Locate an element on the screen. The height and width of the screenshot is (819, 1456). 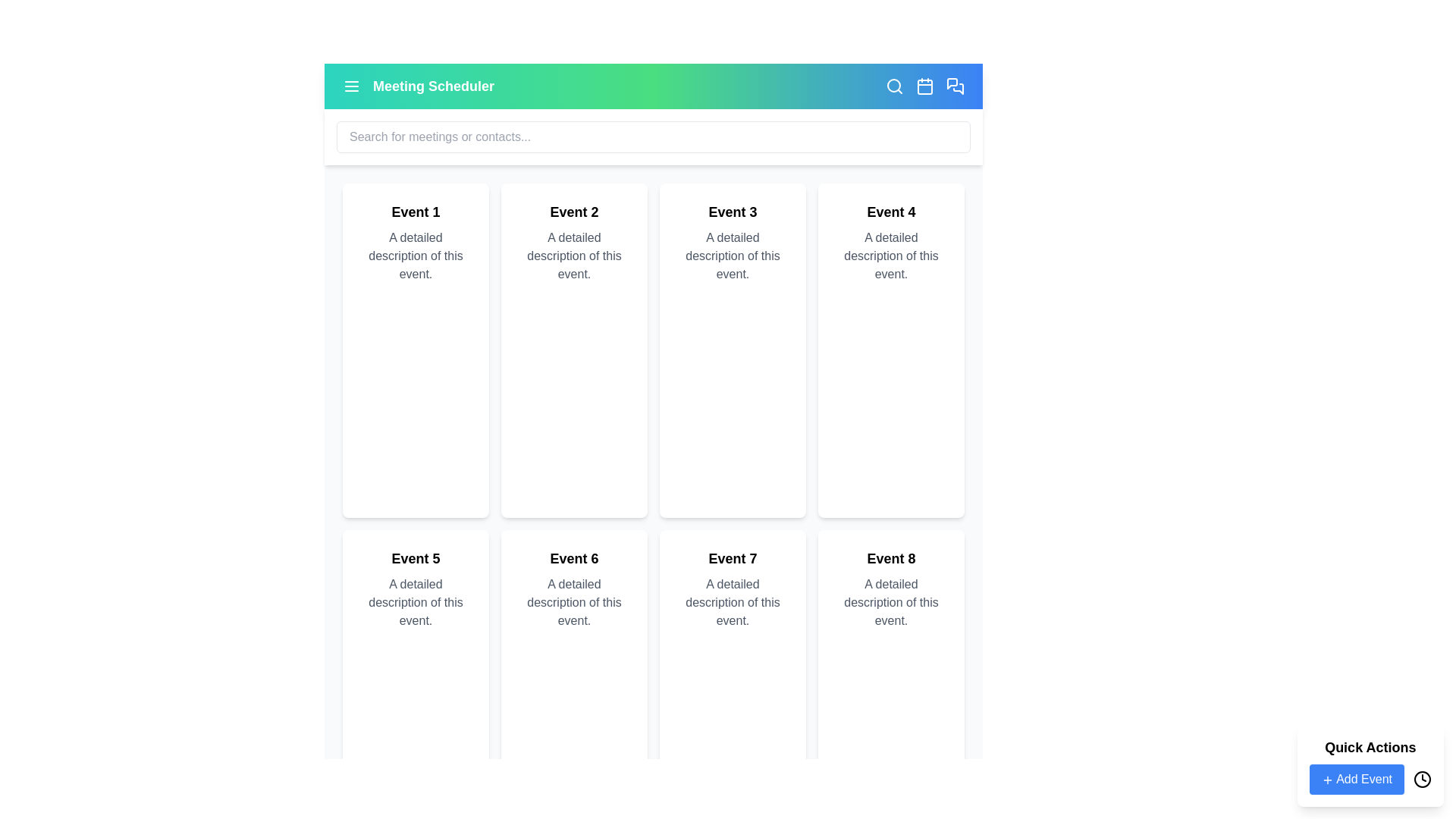
search icon's lens element located in the top-right section of the interface within the navigation bar is located at coordinates (894, 85).